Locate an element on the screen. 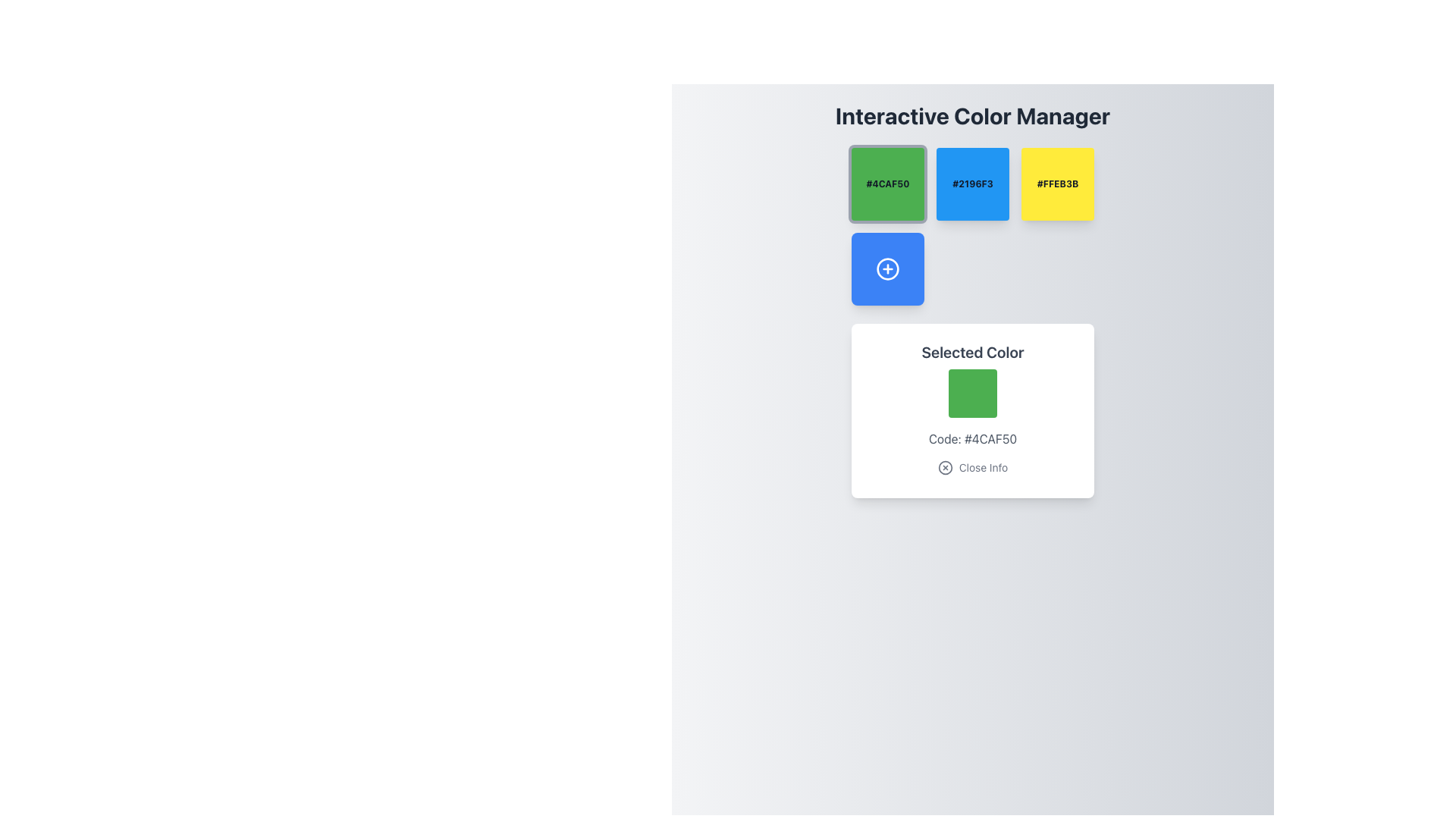 The width and height of the screenshot is (1456, 819). the circular icon with an 'X' symbol inside it, which is located next to the text 'Close Info' in the 'Selected Color' section is located at coordinates (944, 467).